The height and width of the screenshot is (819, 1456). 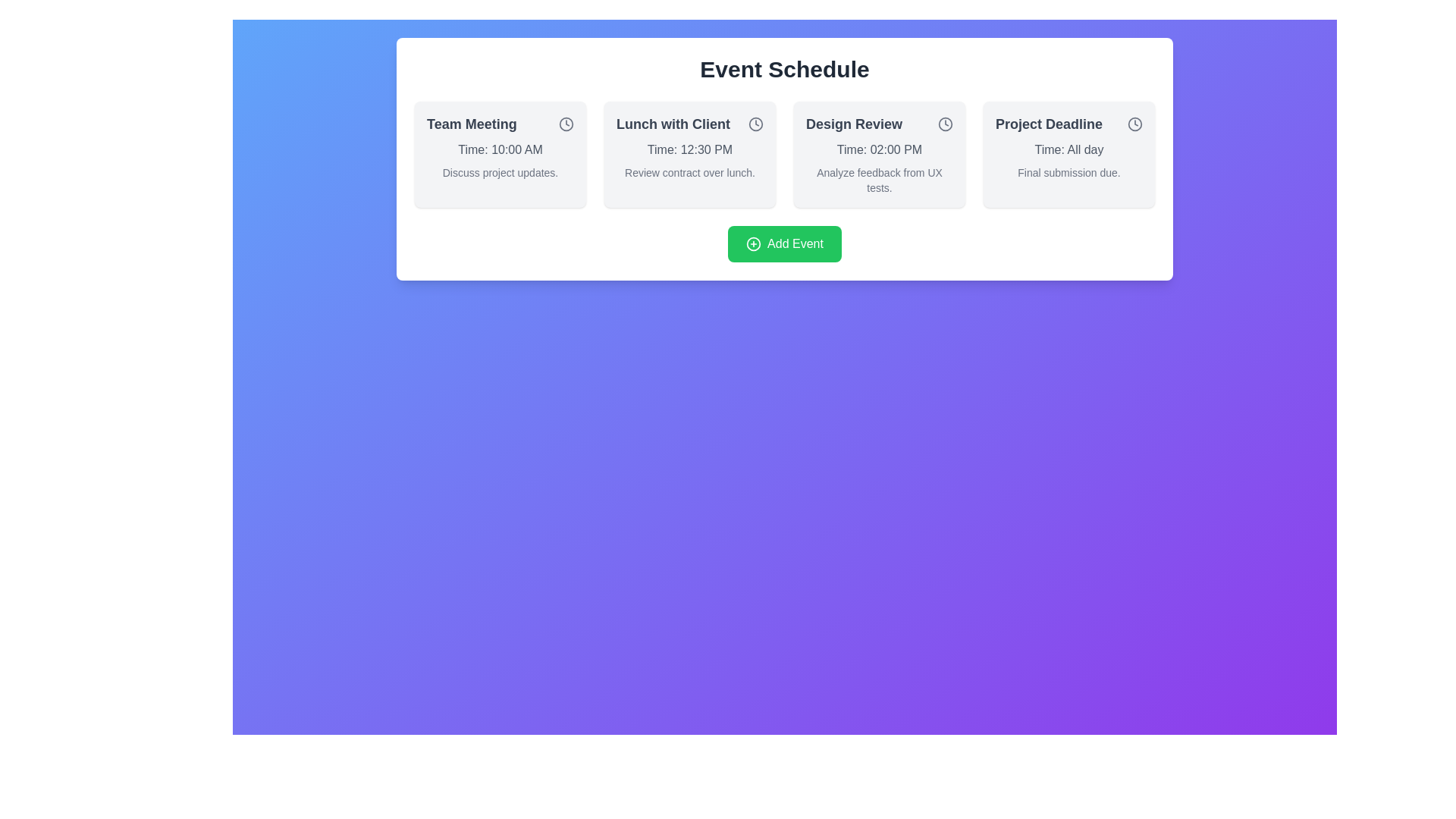 I want to click on the Clock icon, which is a distinct SVG graphic with a circular border located at the top-right corner of the 'Team Meeting' card, so click(x=566, y=124).